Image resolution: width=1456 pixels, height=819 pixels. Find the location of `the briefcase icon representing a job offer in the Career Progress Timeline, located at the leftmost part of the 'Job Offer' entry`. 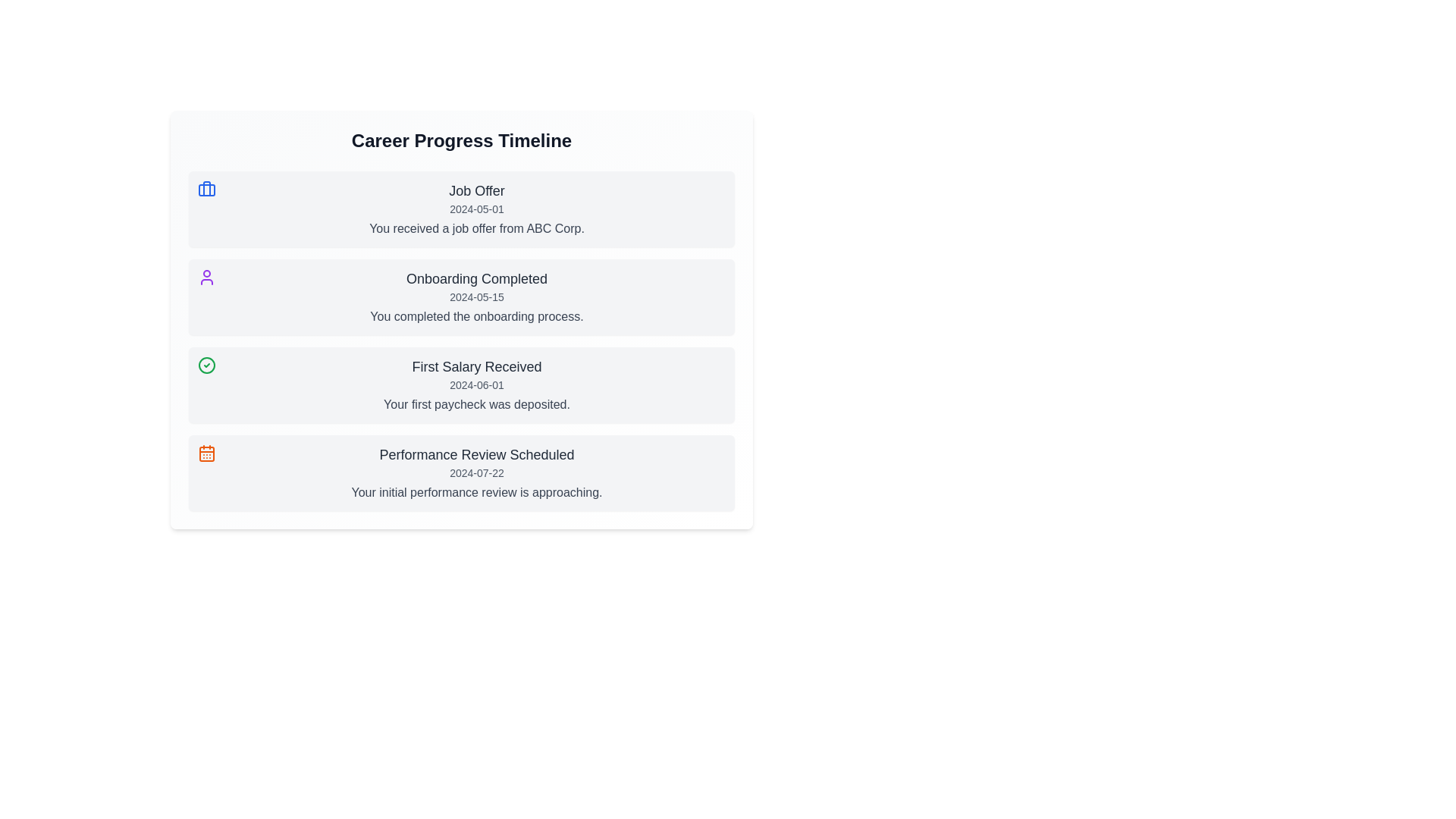

the briefcase icon representing a job offer in the Career Progress Timeline, located at the leftmost part of the 'Job Offer' entry is located at coordinates (206, 189).